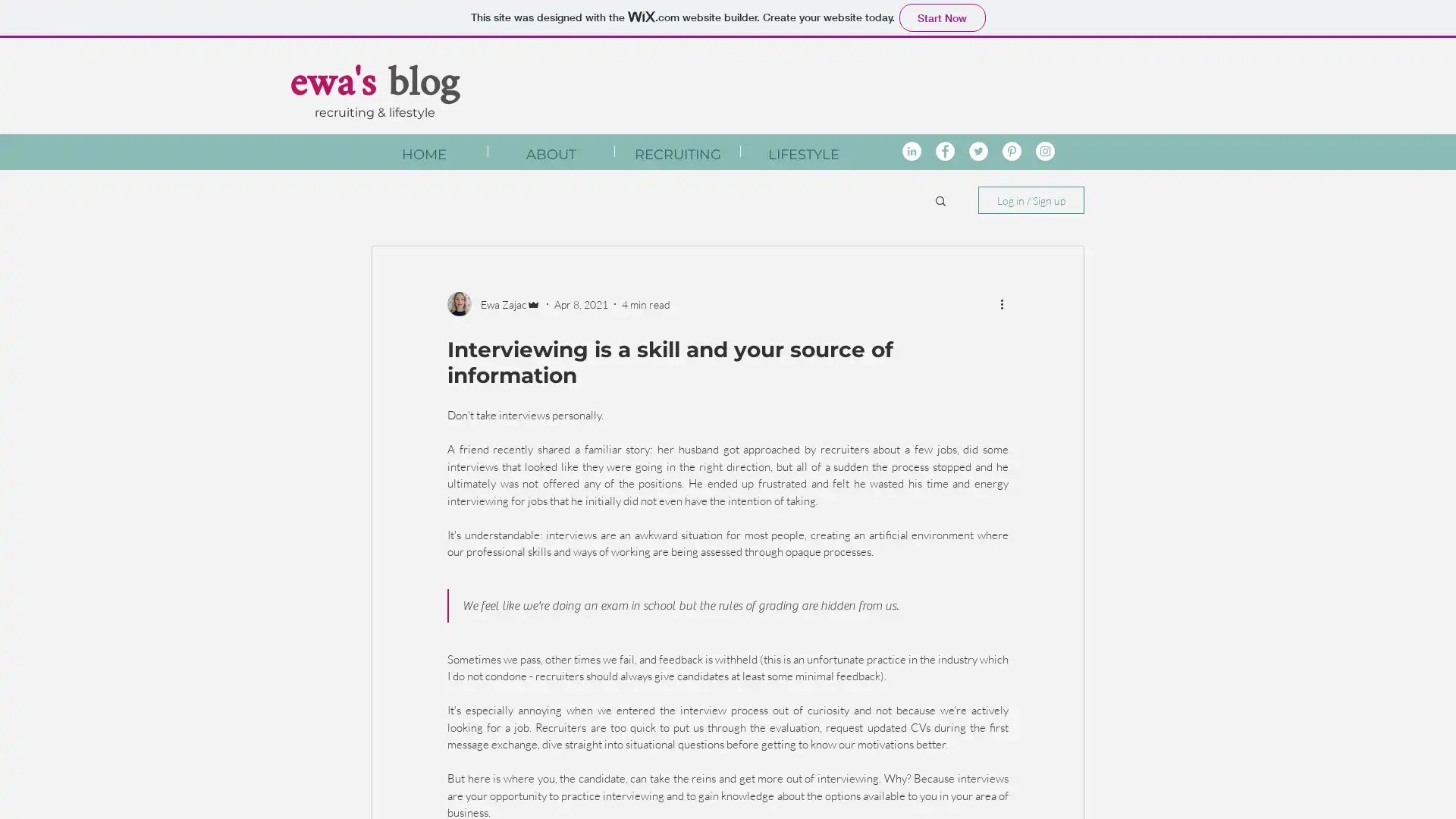  What do you see at coordinates (1006, 303) in the screenshot?
I see `More actions` at bounding box center [1006, 303].